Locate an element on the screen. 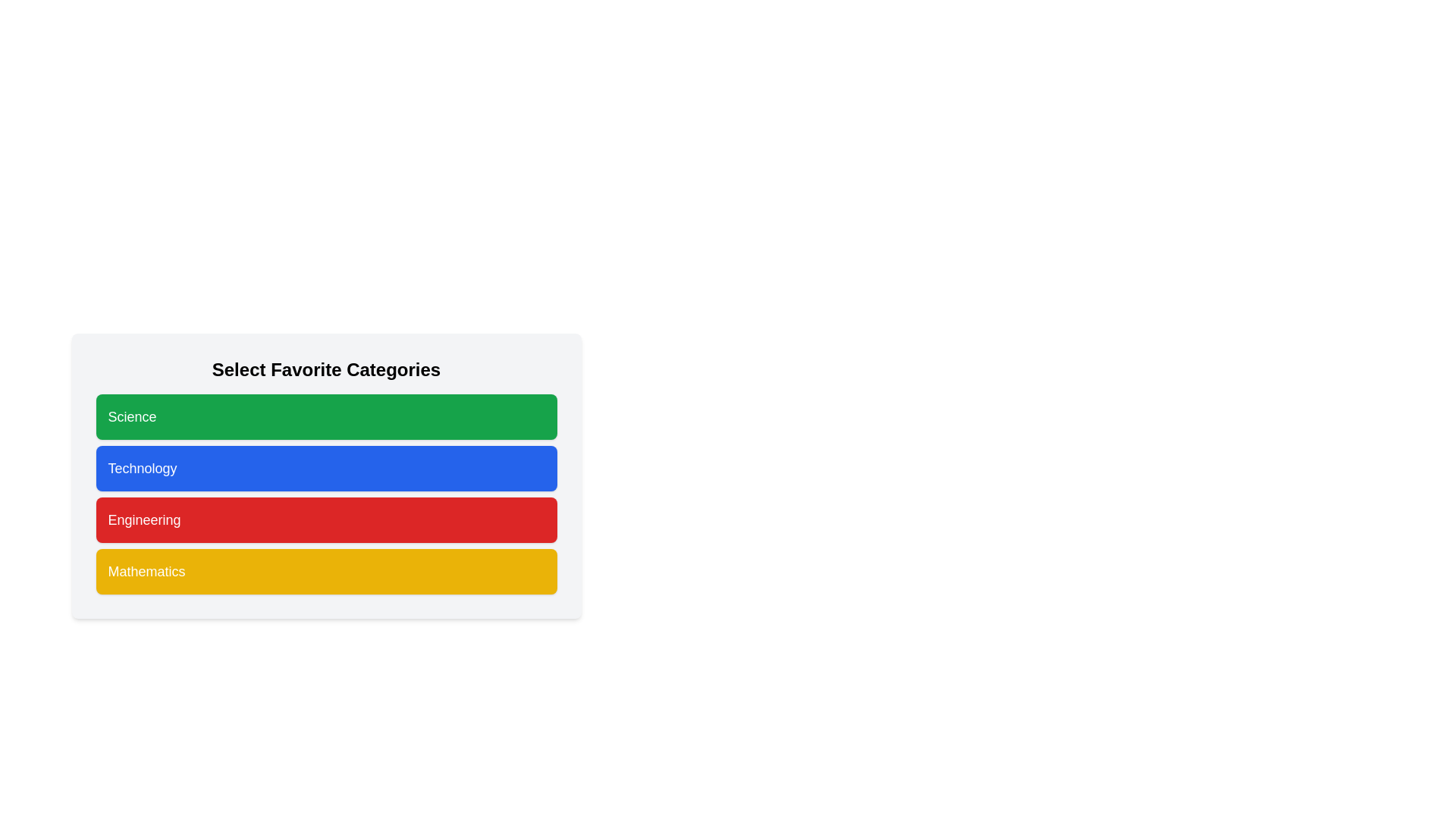  label 'Technology' displayed in the centrally aligned text label within the blue clickable category box under the 'Select Favorite Categories' header is located at coordinates (142, 467).